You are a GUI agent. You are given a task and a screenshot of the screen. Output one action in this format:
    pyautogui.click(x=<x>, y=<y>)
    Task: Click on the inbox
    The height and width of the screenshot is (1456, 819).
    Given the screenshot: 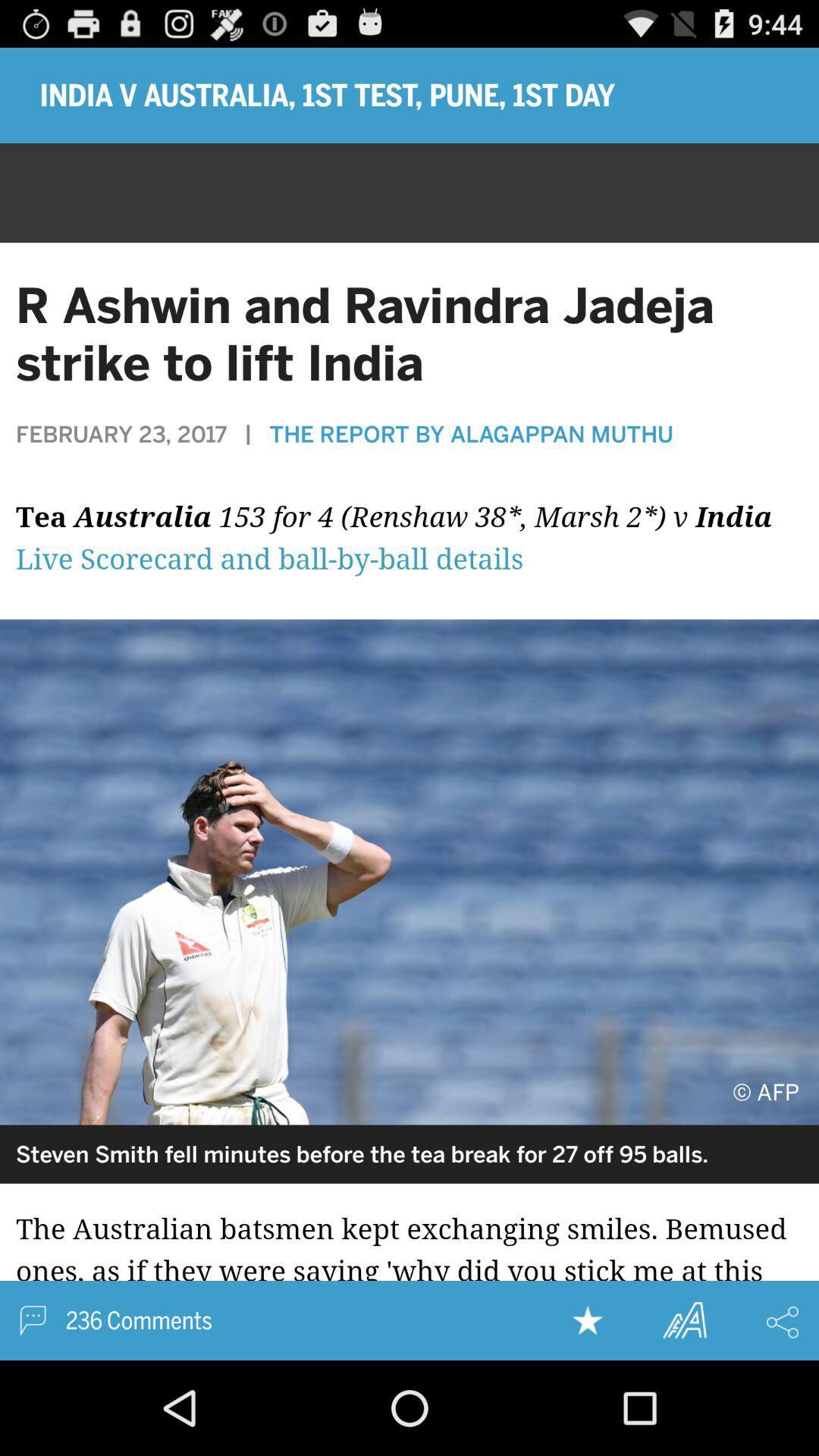 What is the action you would take?
    pyautogui.click(x=33, y=1319)
    